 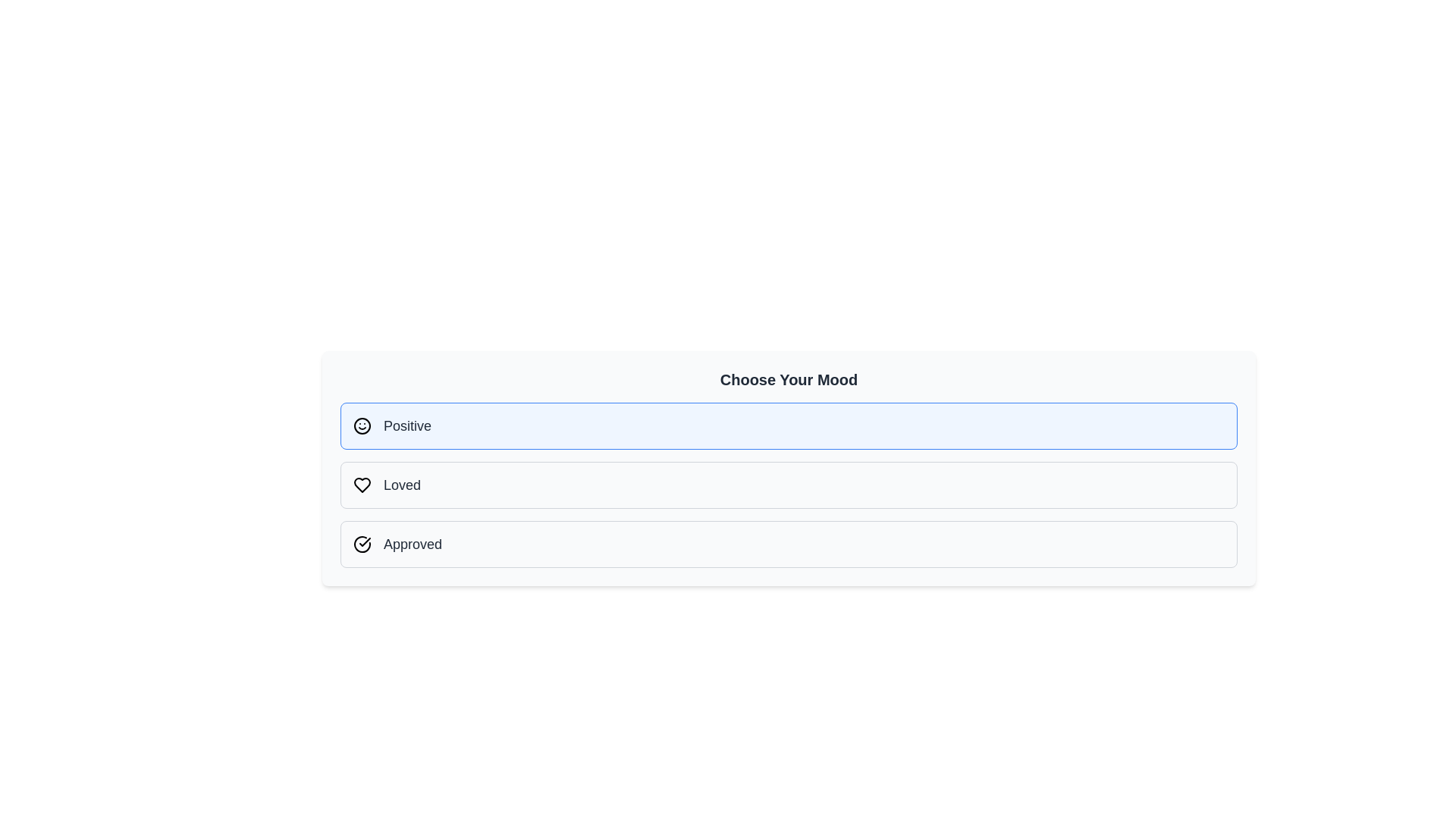 What do you see at coordinates (789, 426) in the screenshot?
I see `the 'Positive' button, which is a horizontally aligned rectangular box with a light blue background and a black smiling face emoji on the left, to apply the hover effect` at bounding box center [789, 426].